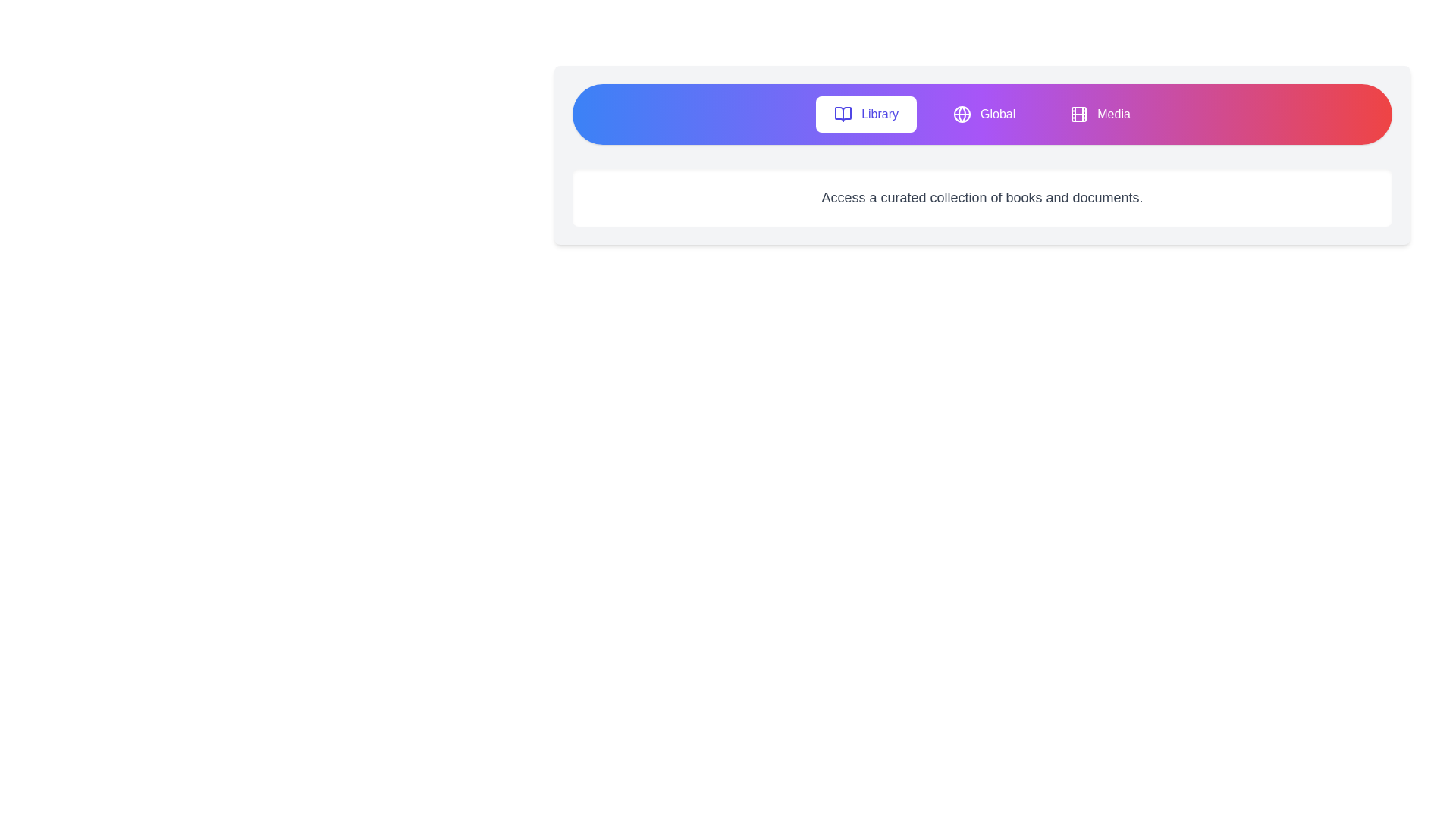  What do you see at coordinates (984, 113) in the screenshot?
I see `the tab button labeled Global` at bounding box center [984, 113].